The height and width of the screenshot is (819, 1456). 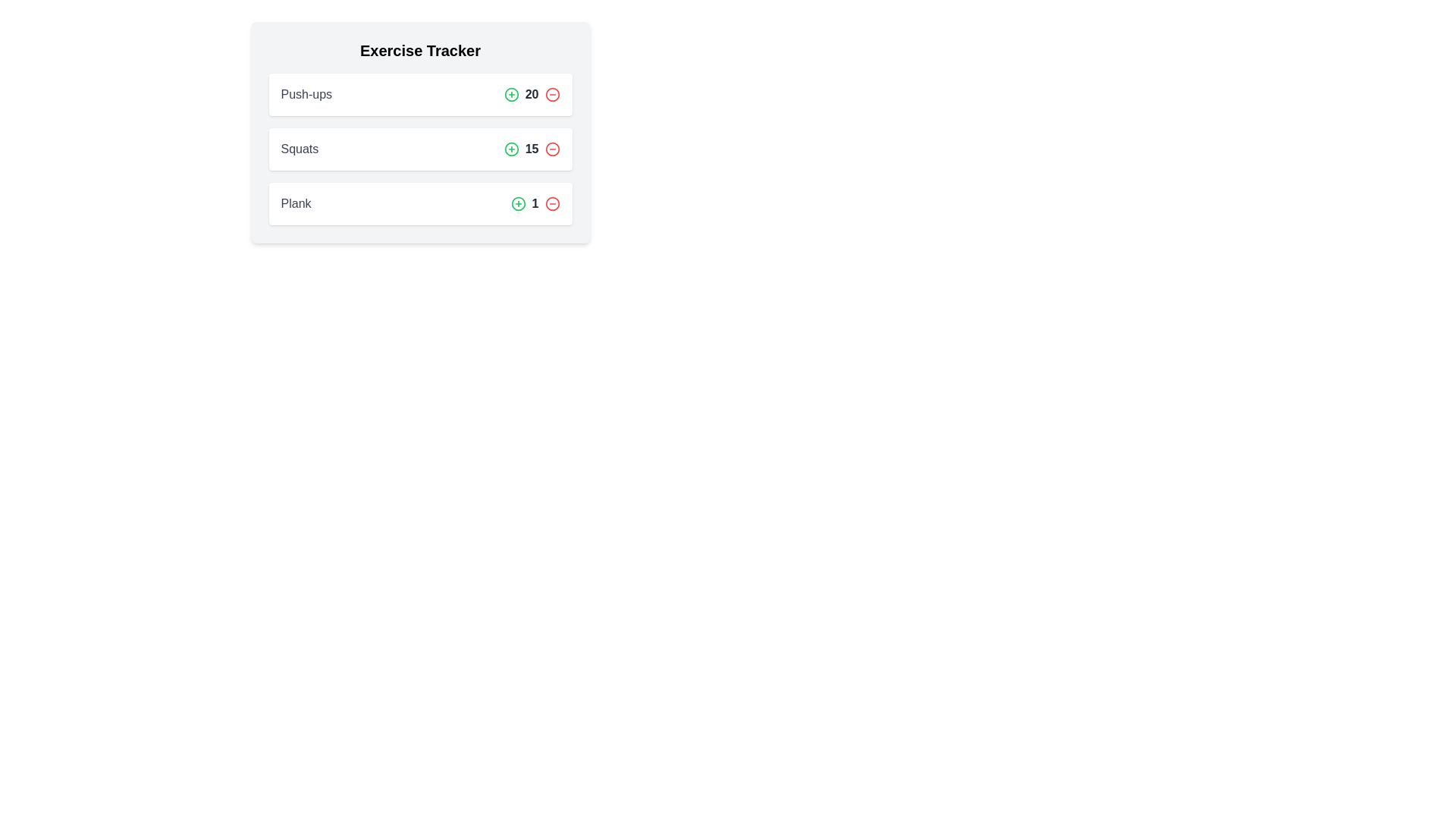 I want to click on the exercise item Plank, so click(x=420, y=203).